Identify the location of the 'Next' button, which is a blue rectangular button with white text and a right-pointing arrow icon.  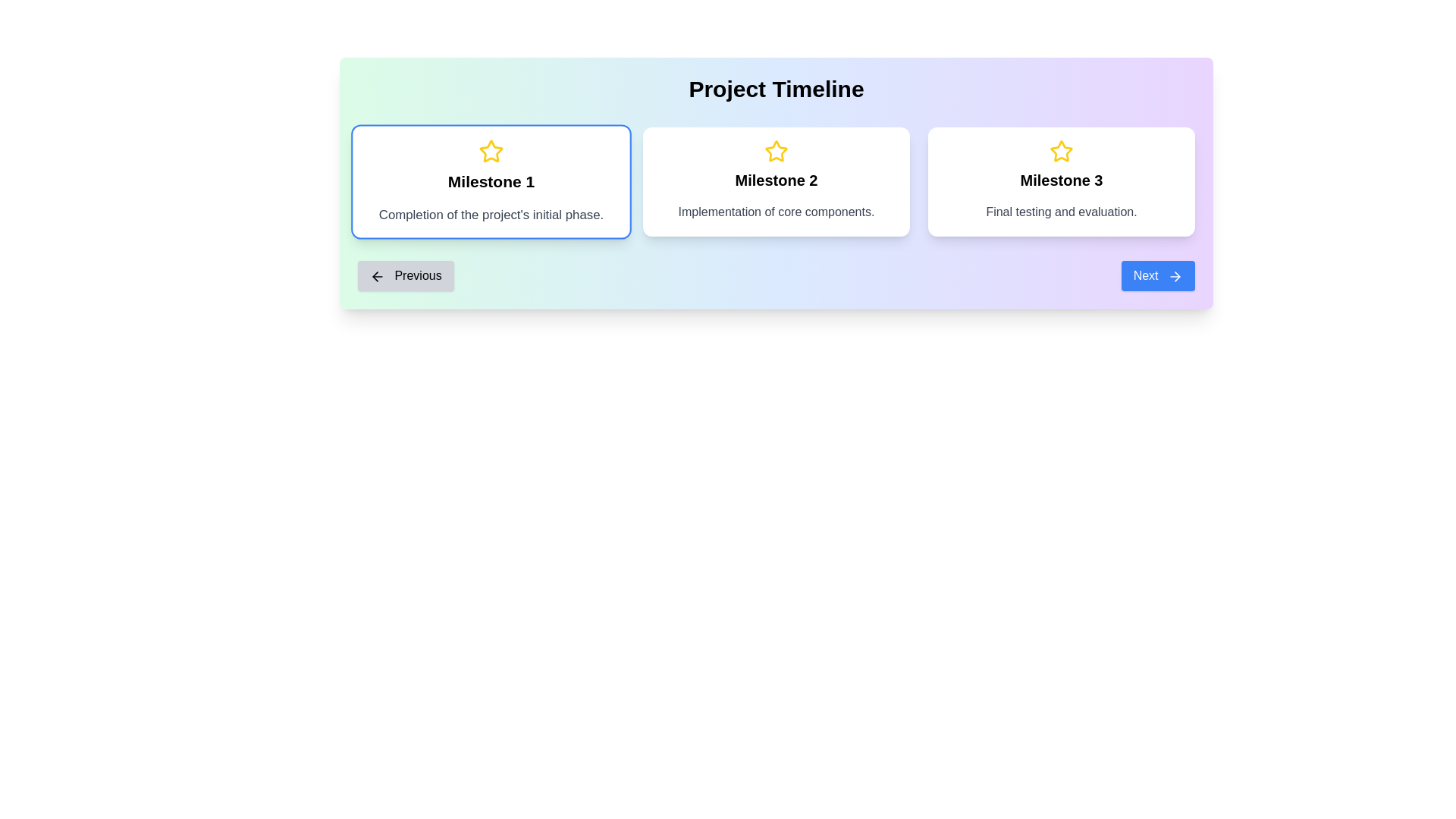
(1157, 275).